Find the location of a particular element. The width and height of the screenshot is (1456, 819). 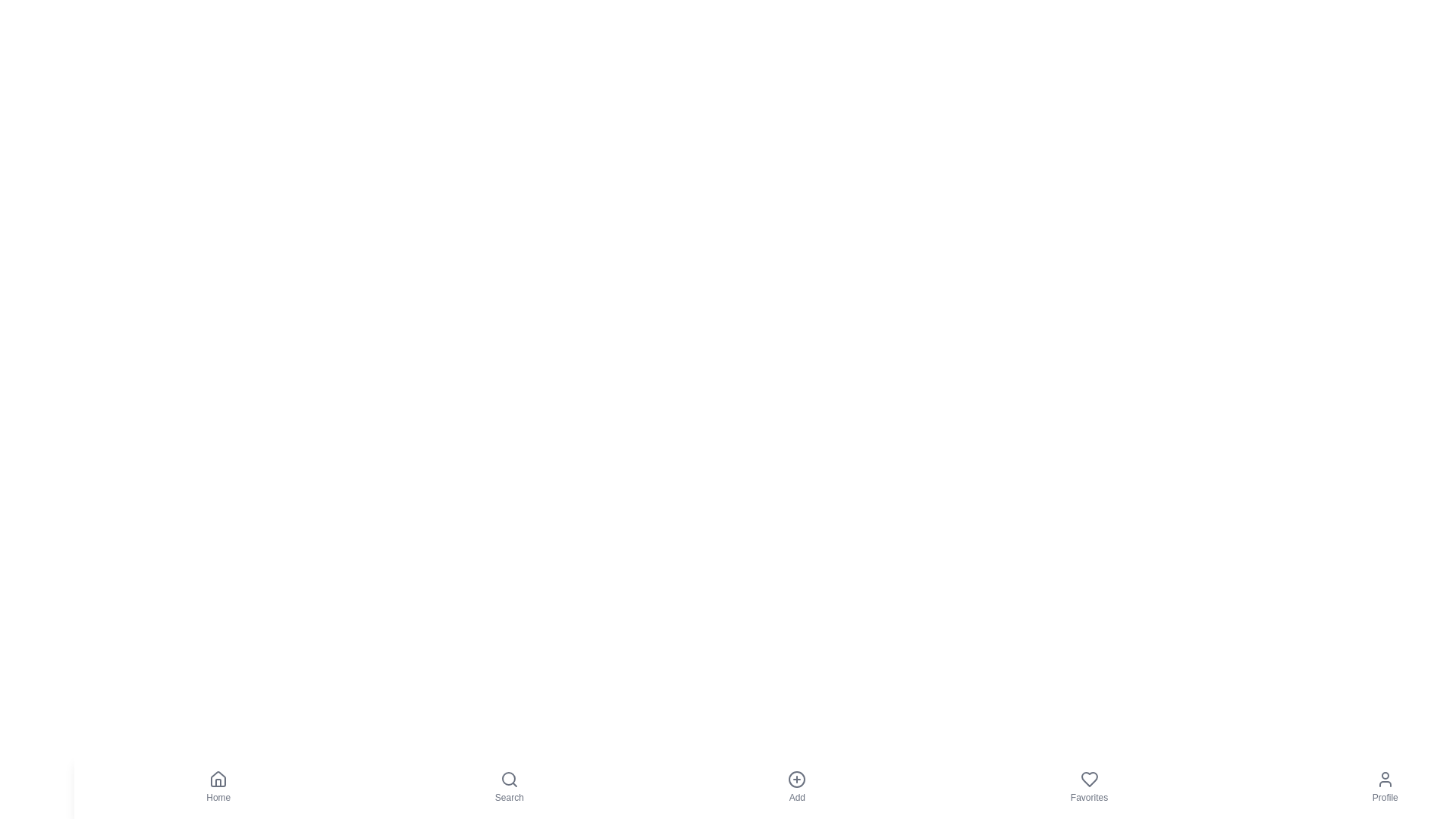

the graphical circle with a dark stroke and a plus sign at its center, which is part of the 'Add' icon located in the navigation bar at the bottom of the interface is located at coordinates (796, 780).